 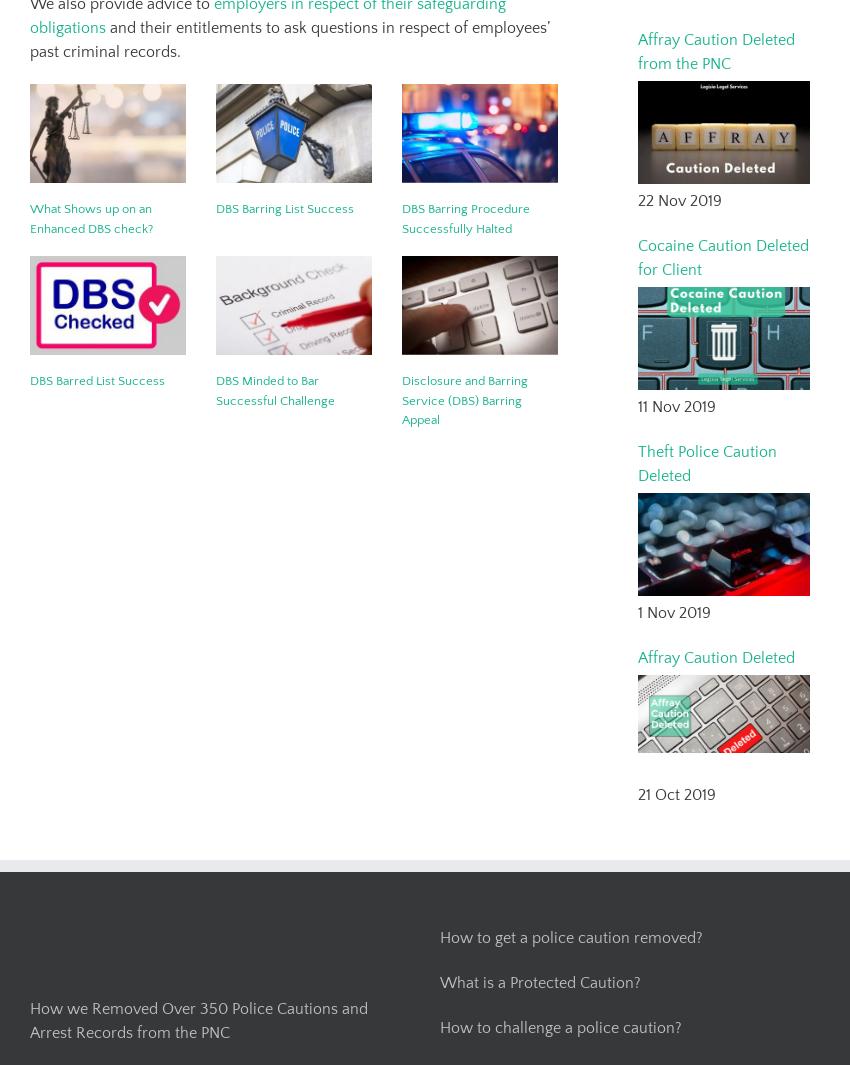 What do you see at coordinates (90, 217) in the screenshot?
I see `'What Shows up on an Enhanced DBS check?'` at bounding box center [90, 217].